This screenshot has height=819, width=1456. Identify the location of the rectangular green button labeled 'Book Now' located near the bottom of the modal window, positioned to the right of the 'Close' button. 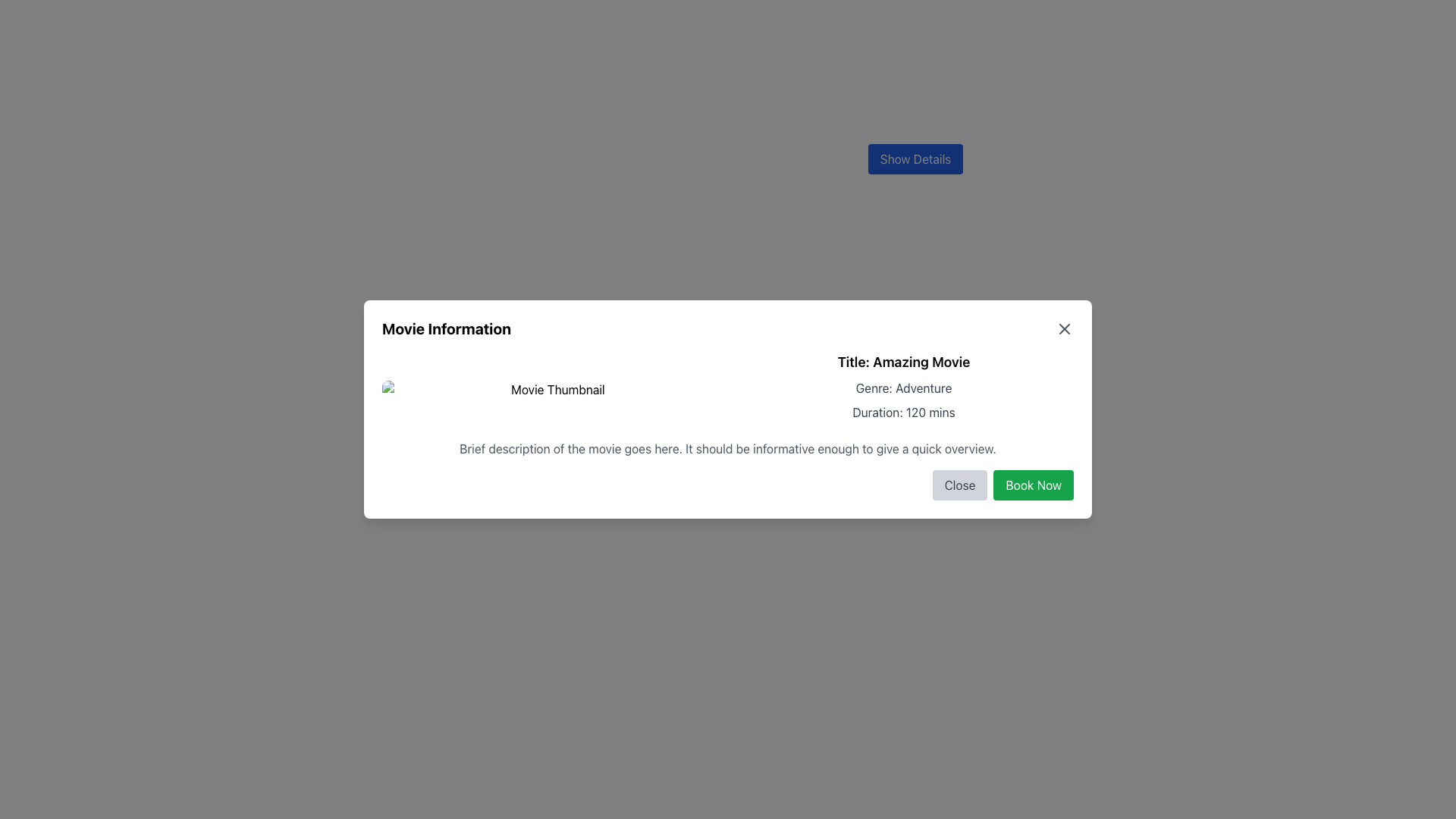
(1033, 485).